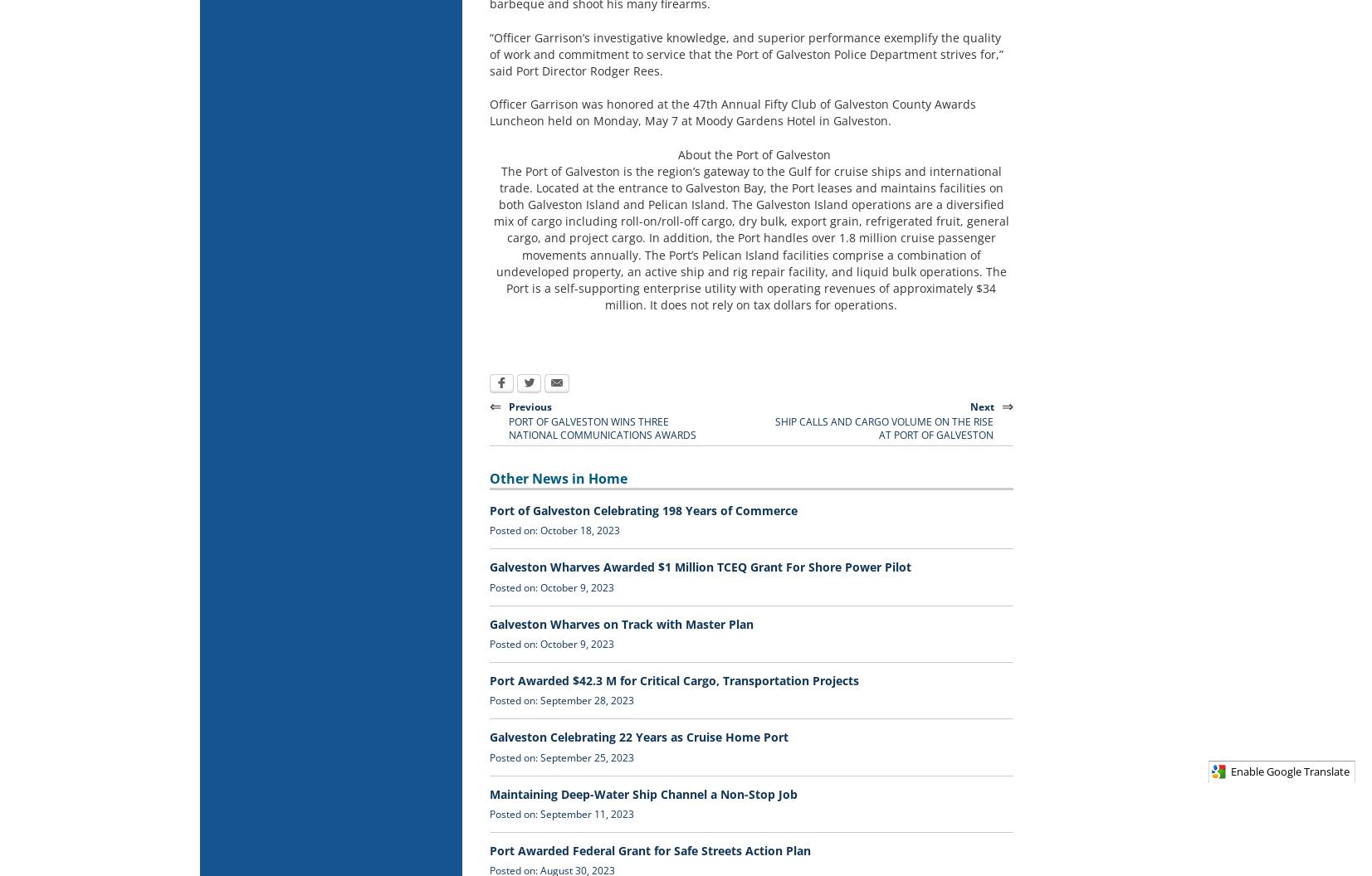 This screenshot has height=876, width=1372. Describe the element at coordinates (554, 529) in the screenshot. I see `'Posted on: October 18, 2023'` at that location.